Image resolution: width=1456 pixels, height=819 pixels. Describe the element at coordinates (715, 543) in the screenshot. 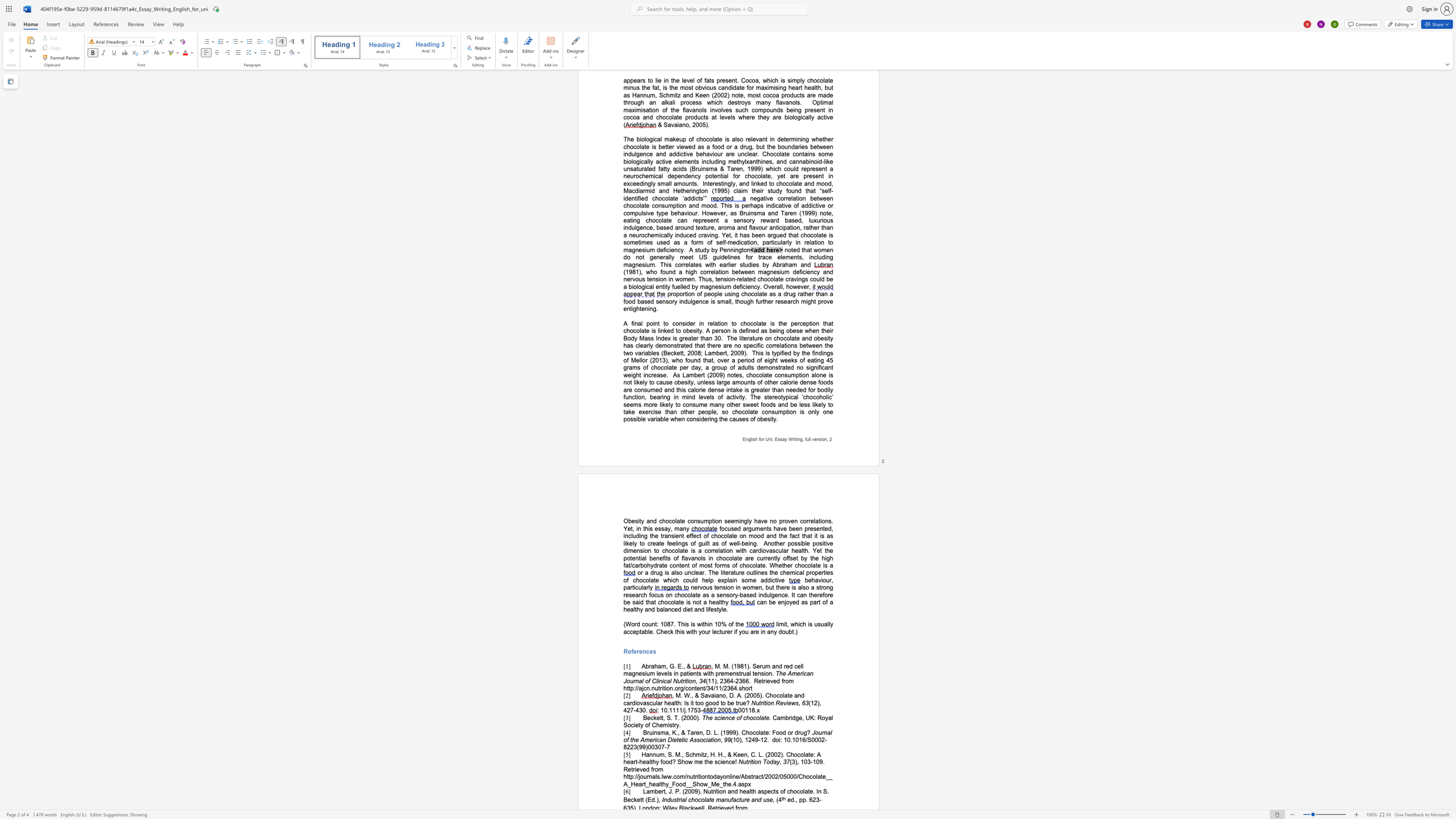

I see `the subset text "s of well-bei" within the text "focused arguments have been presented, including the transient effect of chocolate on mood and the fact that it is as likely to create feelings of guilt as of well-being"` at that location.